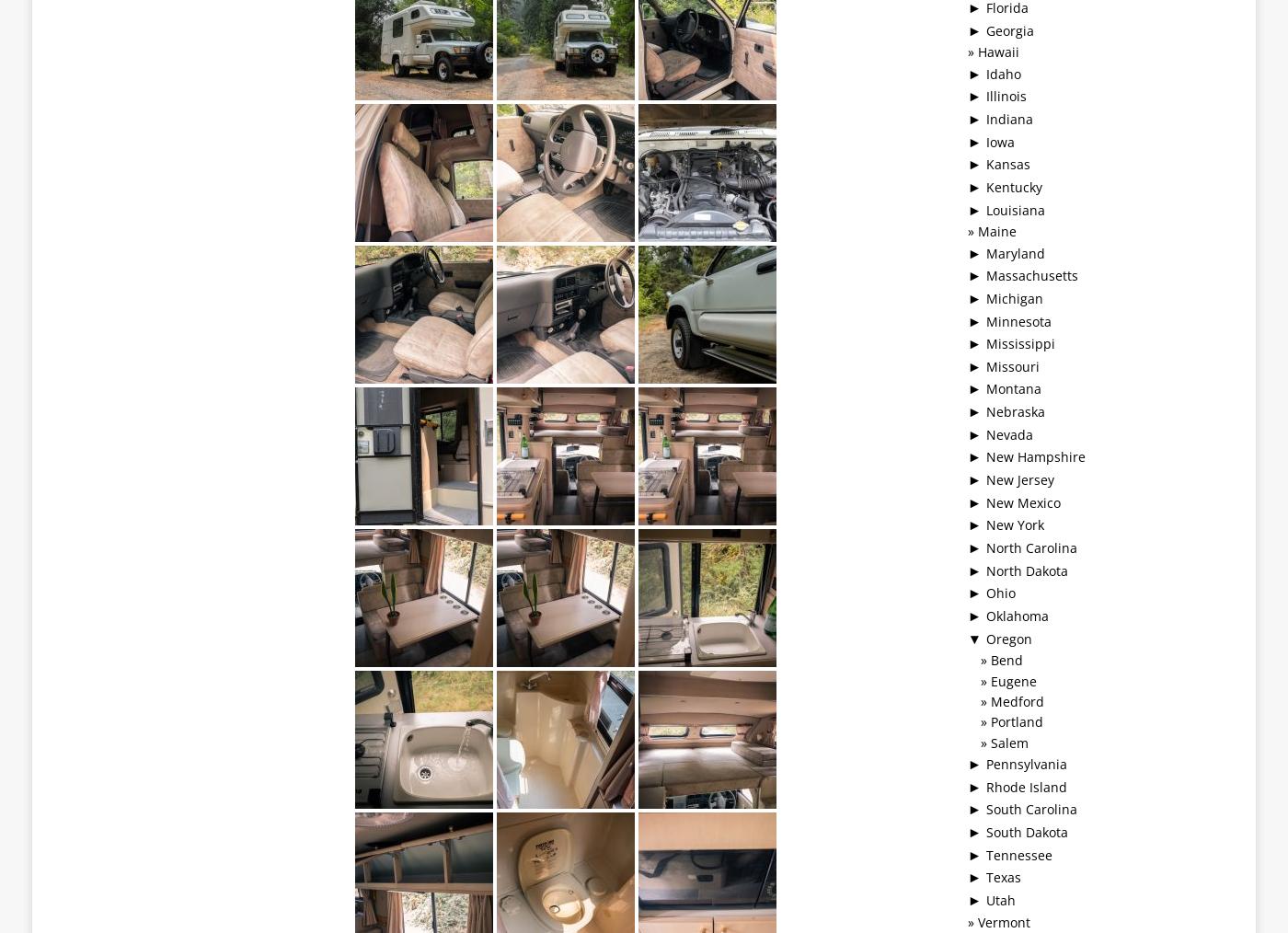 The height and width of the screenshot is (933, 1288). Describe the element at coordinates (1013, 387) in the screenshot. I see `'Montana'` at that location.